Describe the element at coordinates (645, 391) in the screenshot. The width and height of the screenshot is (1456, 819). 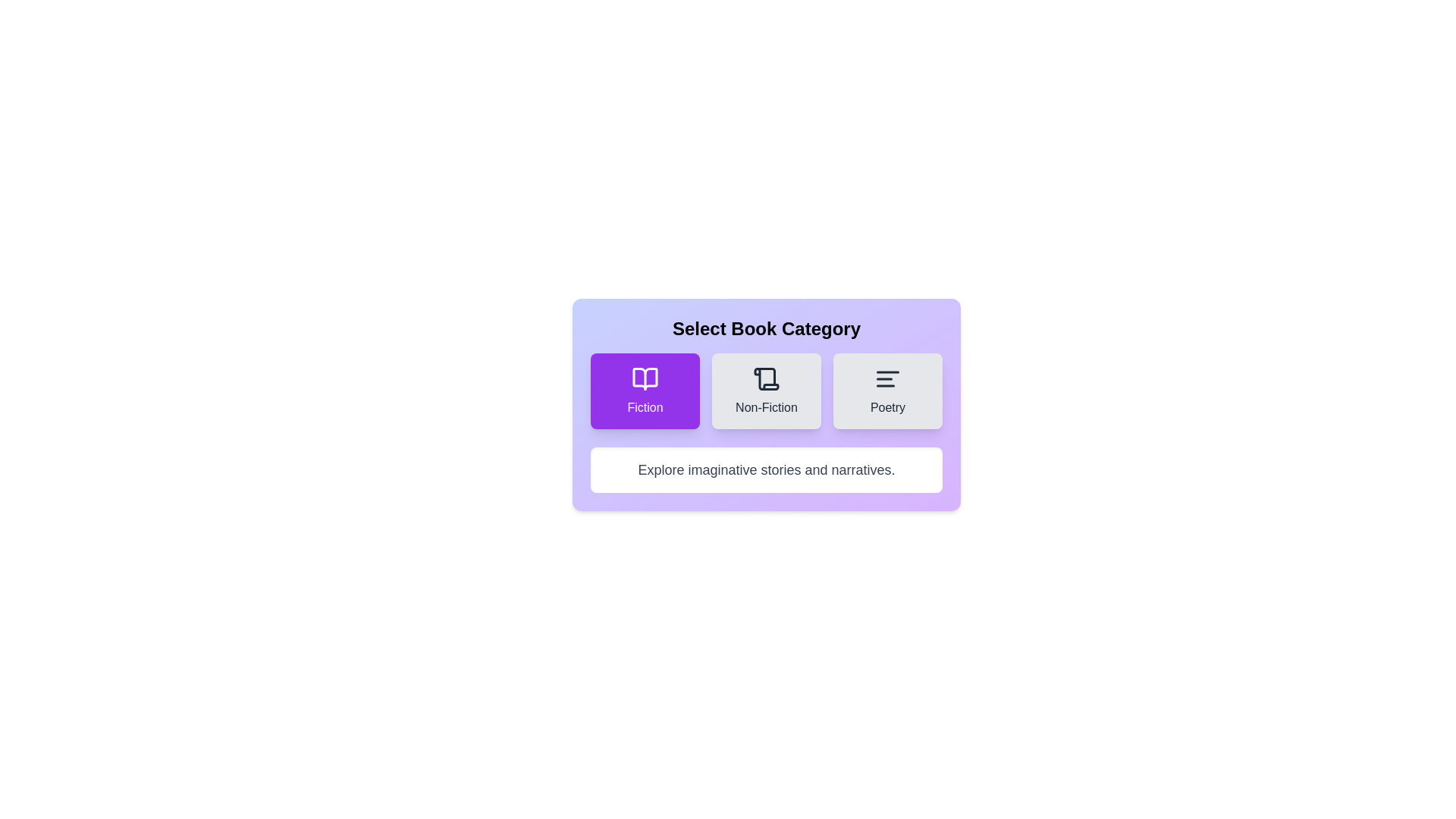
I see `the 'Fiction' category button to select it` at that location.